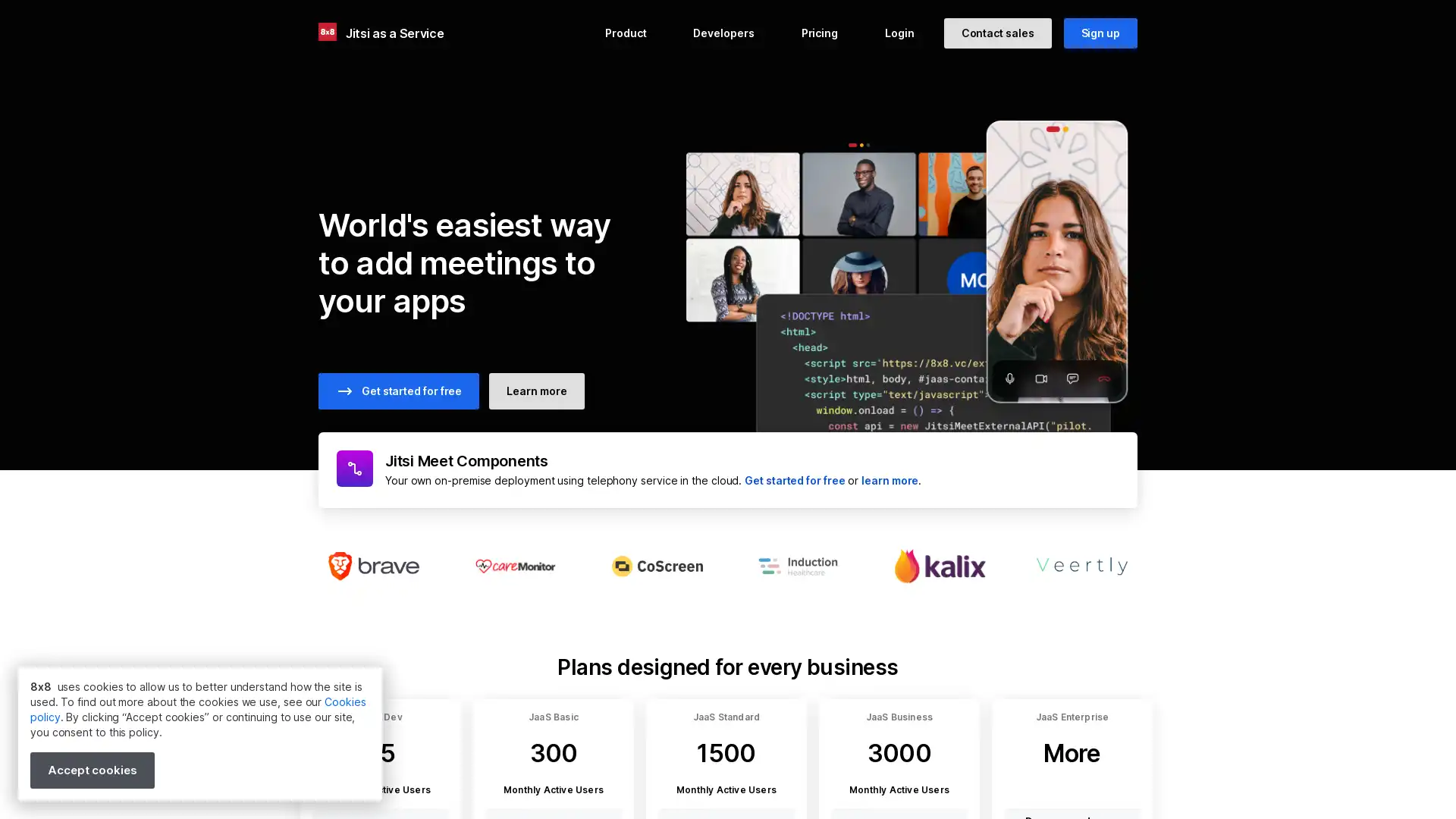 Image resolution: width=1456 pixels, height=819 pixels. What do you see at coordinates (626, 33) in the screenshot?
I see `Product` at bounding box center [626, 33].